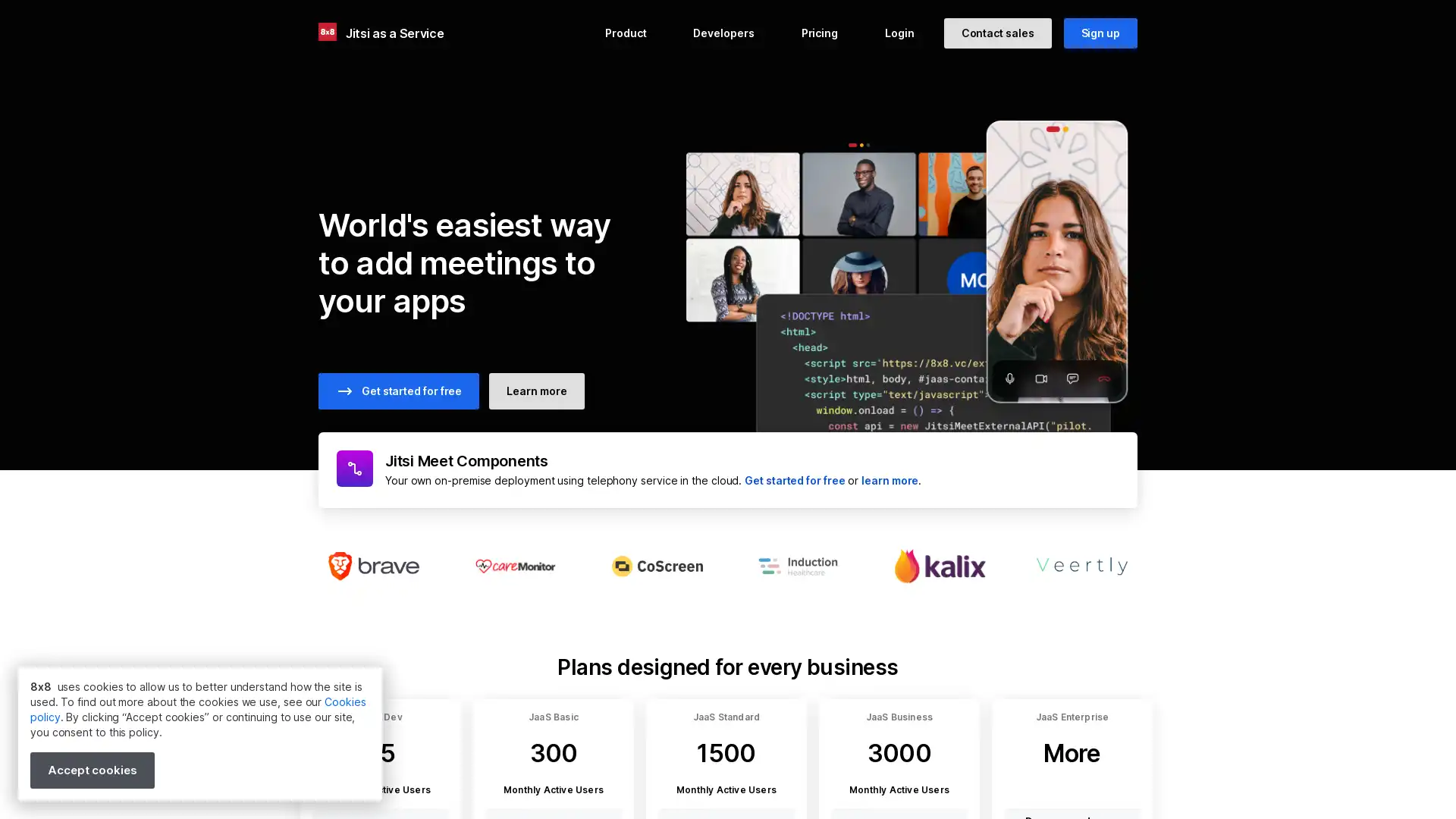 Image resolution: width=1456 pixels, height=819 pixels. What do you see at coordinates (626, 33) in the screenshot?
I see `Product` at bounding box center [626, 33].